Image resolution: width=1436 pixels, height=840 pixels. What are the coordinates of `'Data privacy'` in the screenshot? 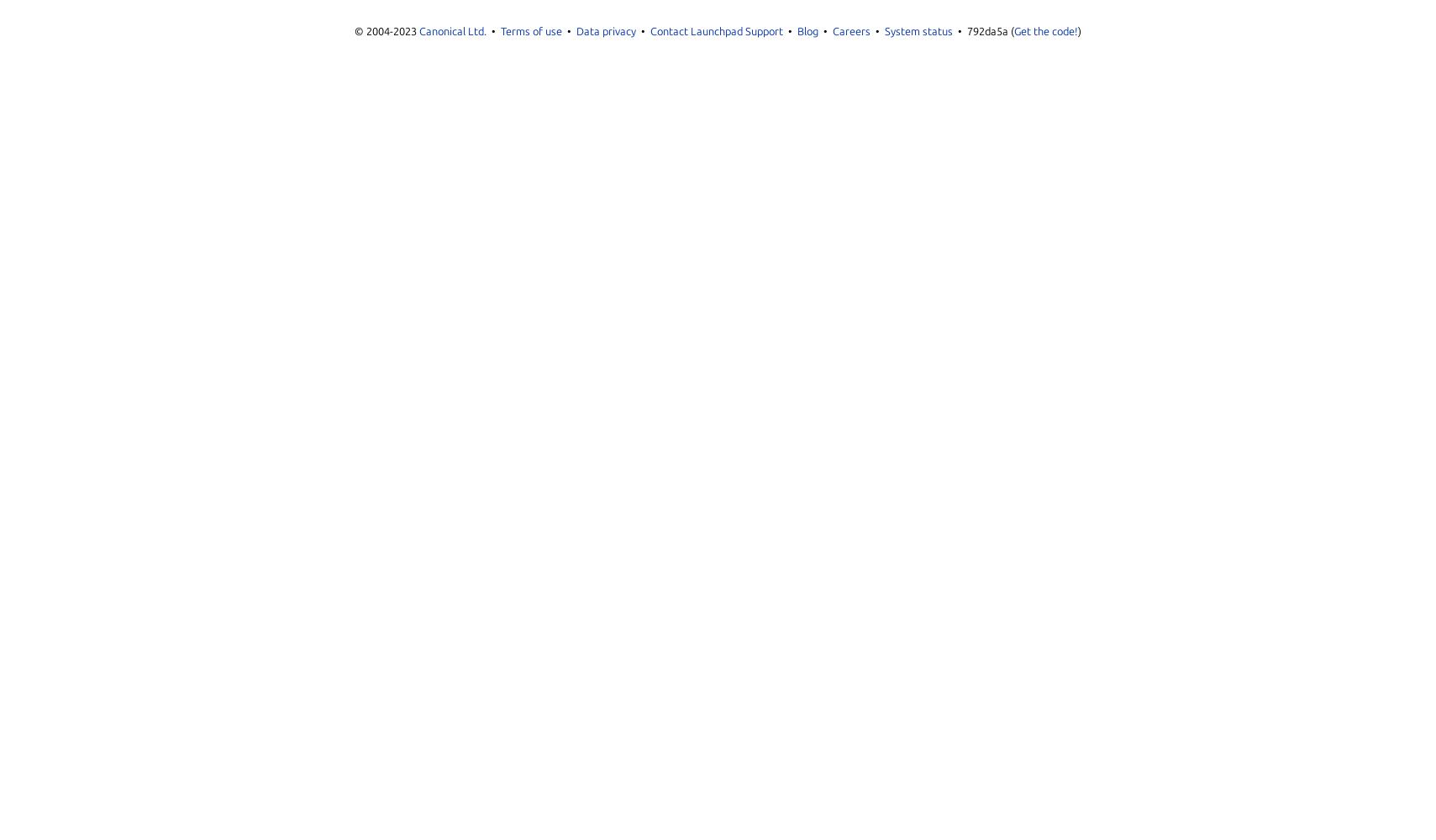 It's located at (605, 31).